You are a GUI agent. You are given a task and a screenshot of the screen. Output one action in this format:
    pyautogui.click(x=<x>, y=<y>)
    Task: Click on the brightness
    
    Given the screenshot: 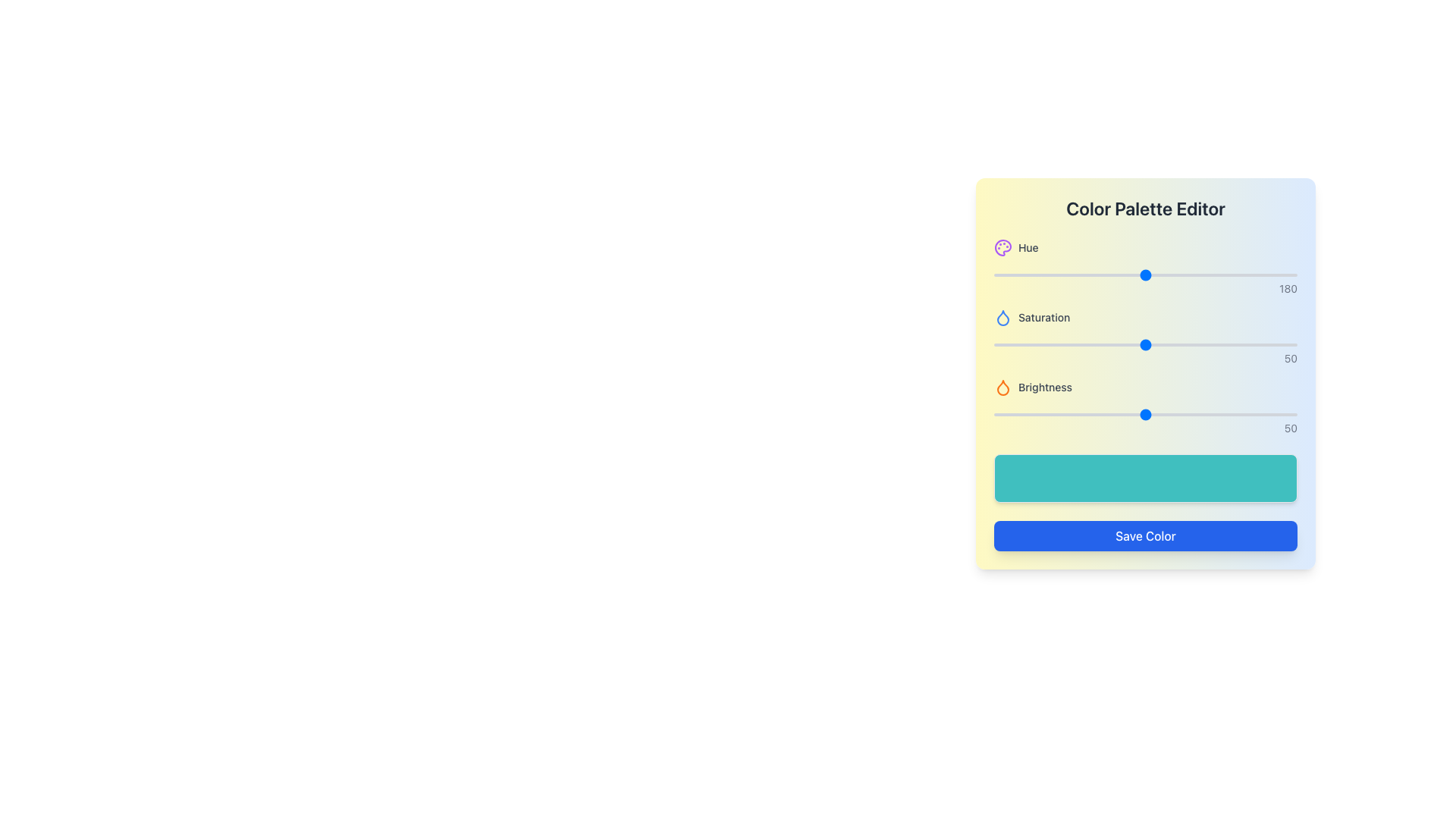 What is the action you would take?
    pyautogui.click(x=1153, y=415)
    